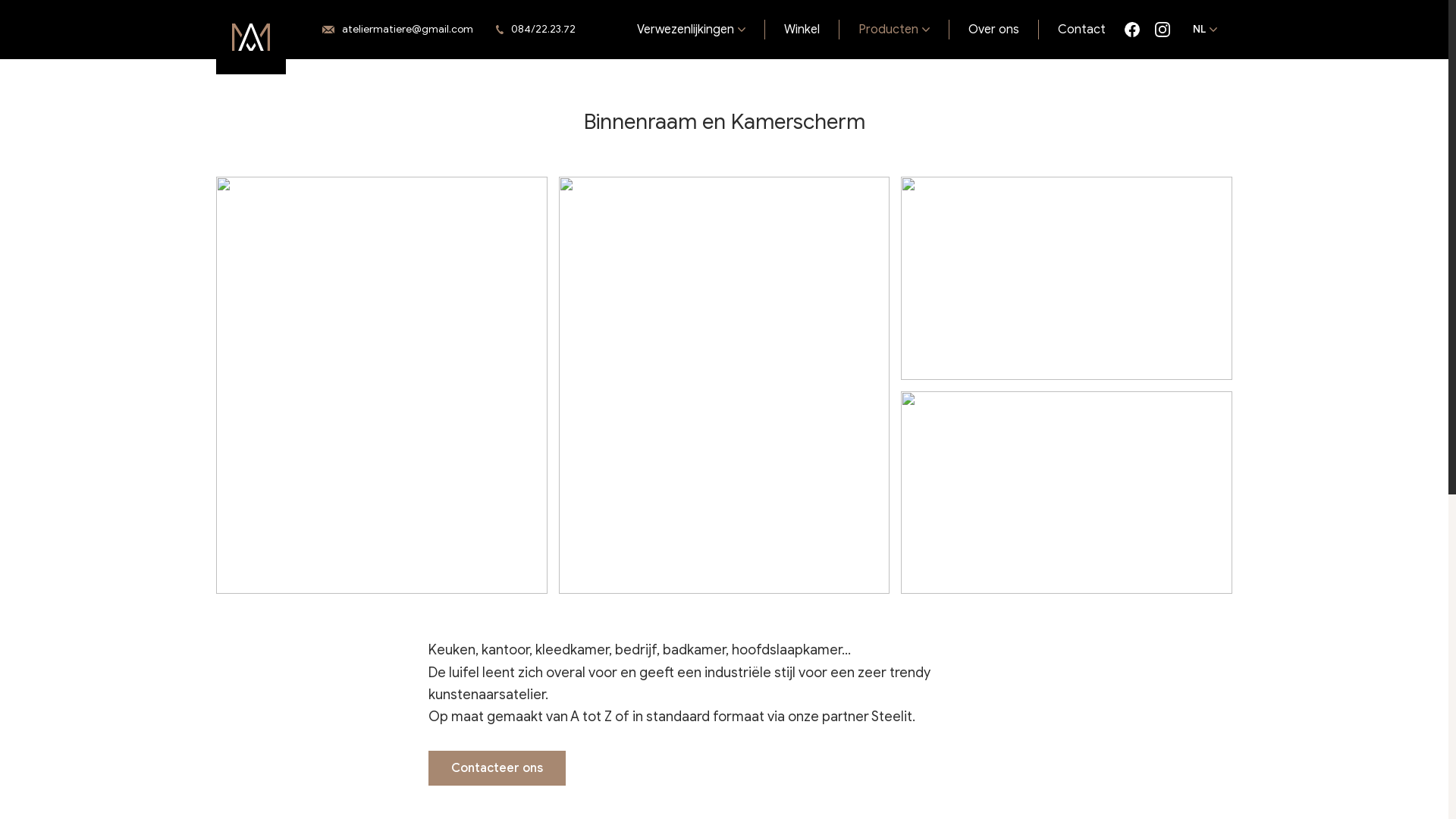 This screenshot has width=1456, height=819. I want to click on 'Instagram', so click(1153, 29).